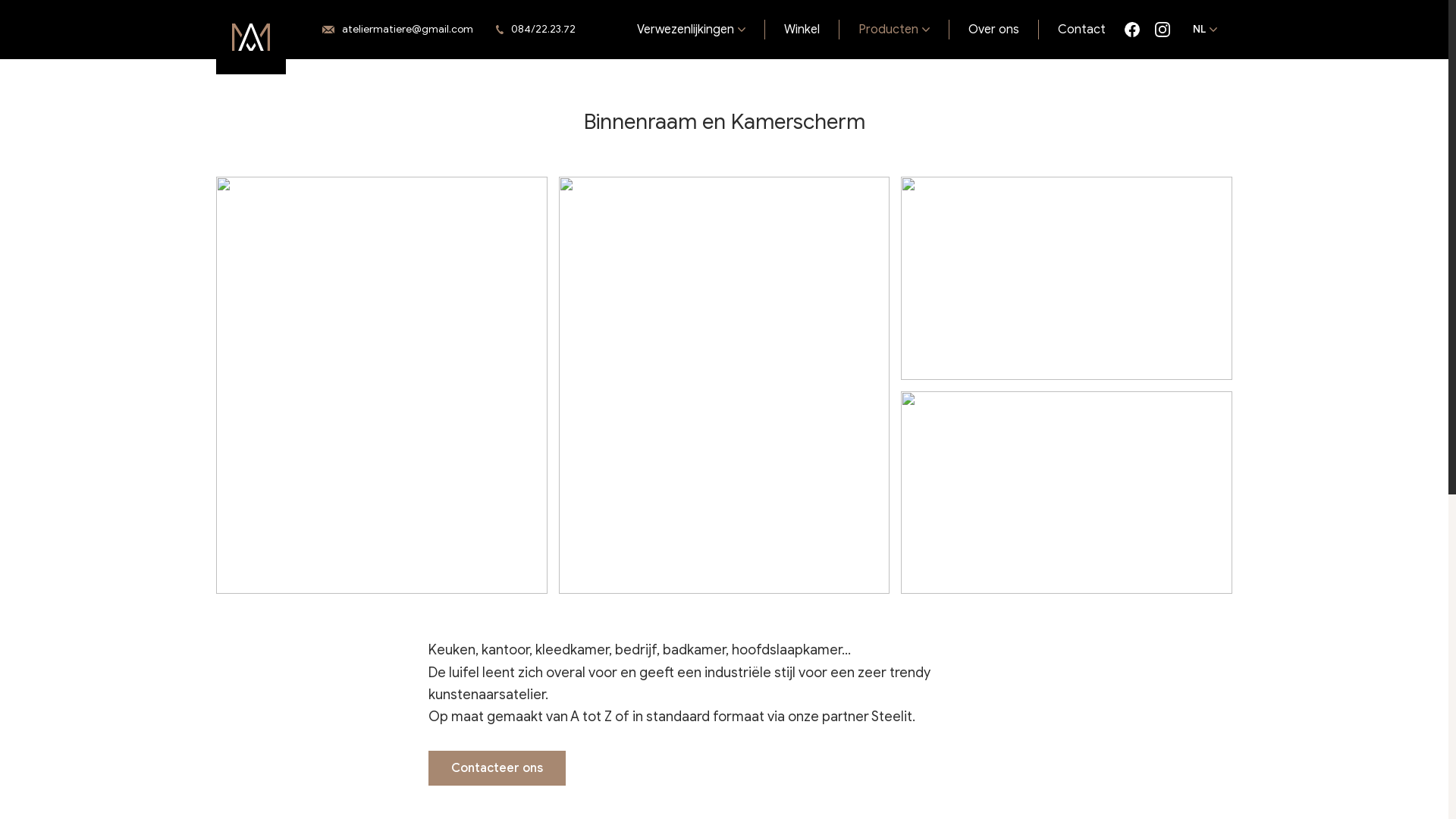 This screenshot has width=1456, height=819. I want to click on 'Instagram', so click(1153, 29).